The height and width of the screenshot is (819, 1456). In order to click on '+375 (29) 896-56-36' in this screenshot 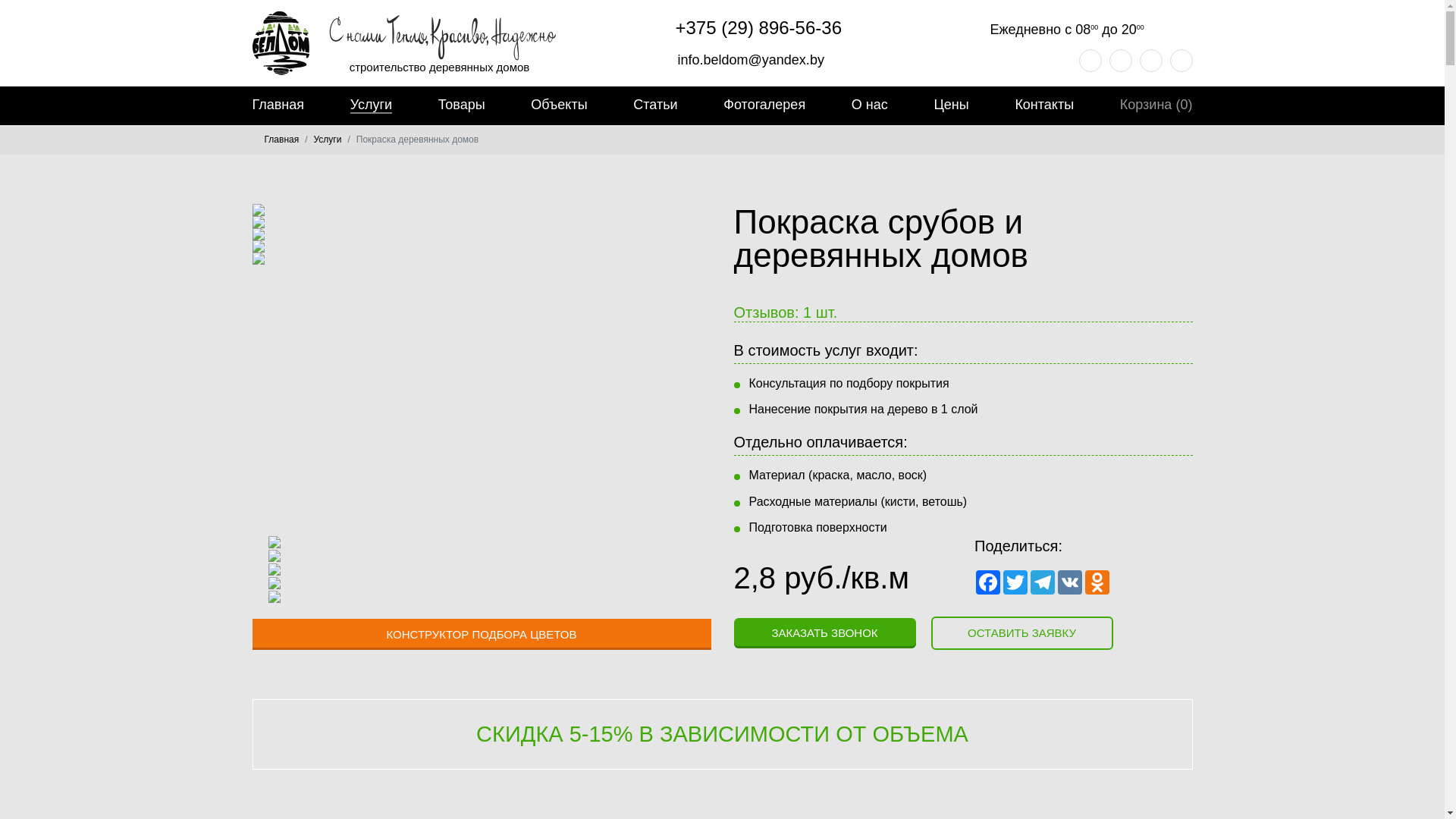, I will do `click(746, 27)`.